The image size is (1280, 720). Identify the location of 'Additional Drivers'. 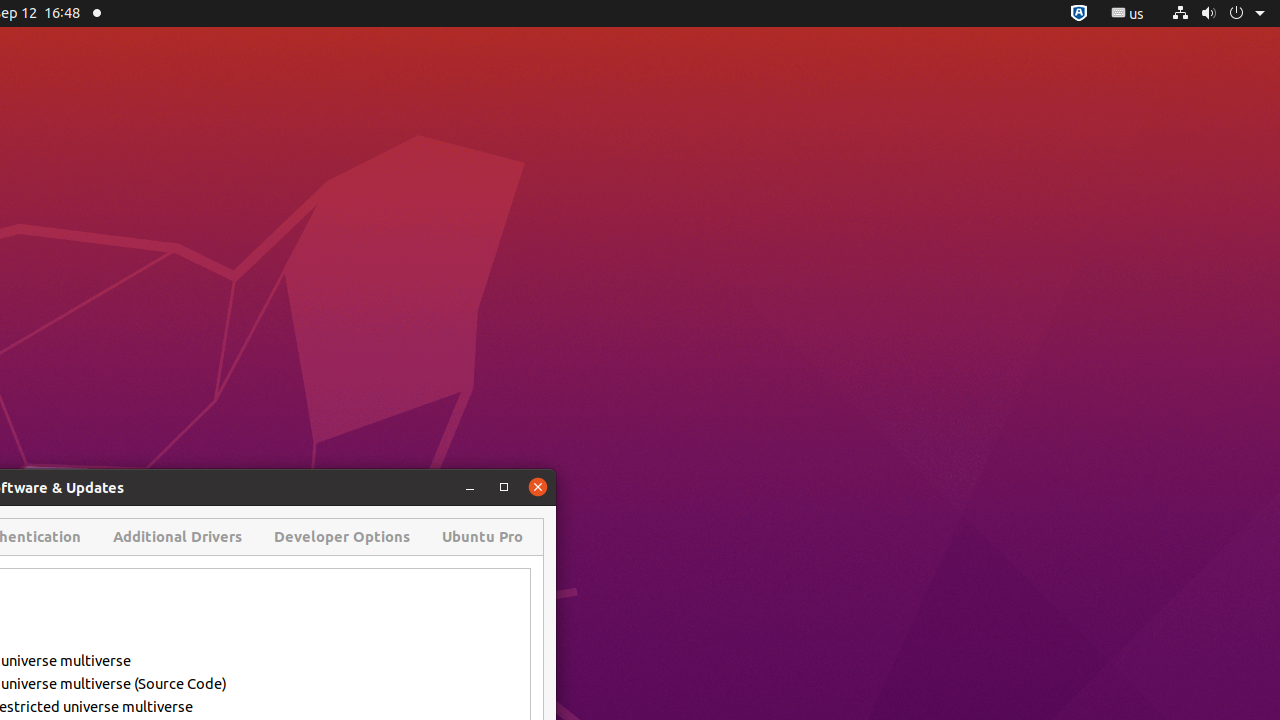
(177, 535).